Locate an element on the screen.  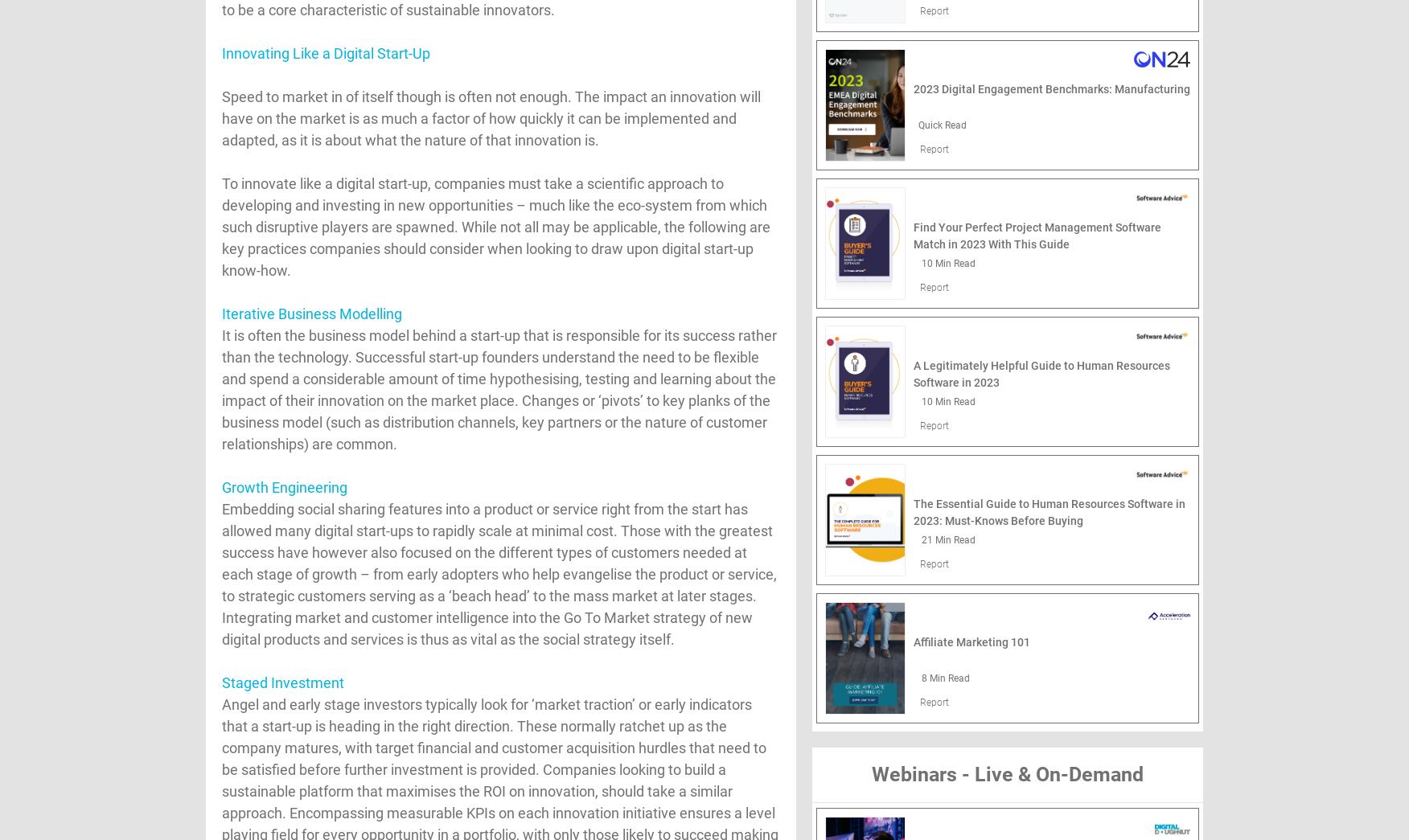
'Embedding social sharing features into a product or service right from the start has allowed many digital start-ups to rapidly scale at minimal cost. Those with the greatest success have however also focused on the different types of customers needed at each stage of growth – from early adopters who help evangelise the product or service, to strategic customers serving as a ‘beach head’ to the mass market at later stages. Integrating market and customer intelligence into the Go To Market strategy of new digital products and services is thus as vital as the social strategy itself.' is located at coordinates (499, 573).